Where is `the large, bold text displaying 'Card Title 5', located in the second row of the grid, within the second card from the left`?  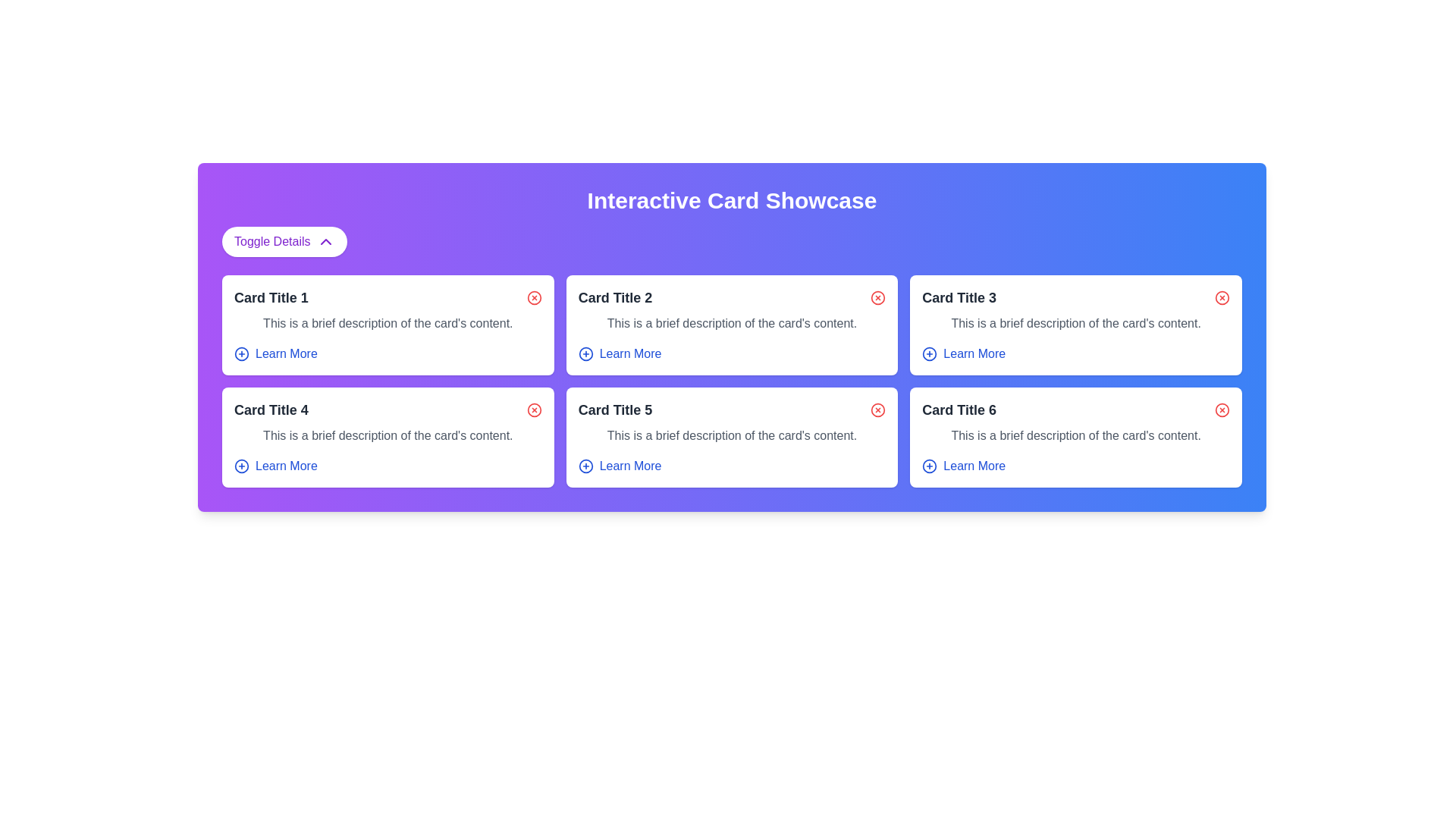
the large, bold text displaying 'Card Title 5', located in the second row of the grid, within the second card from the left is located at coordinates (615, 409).